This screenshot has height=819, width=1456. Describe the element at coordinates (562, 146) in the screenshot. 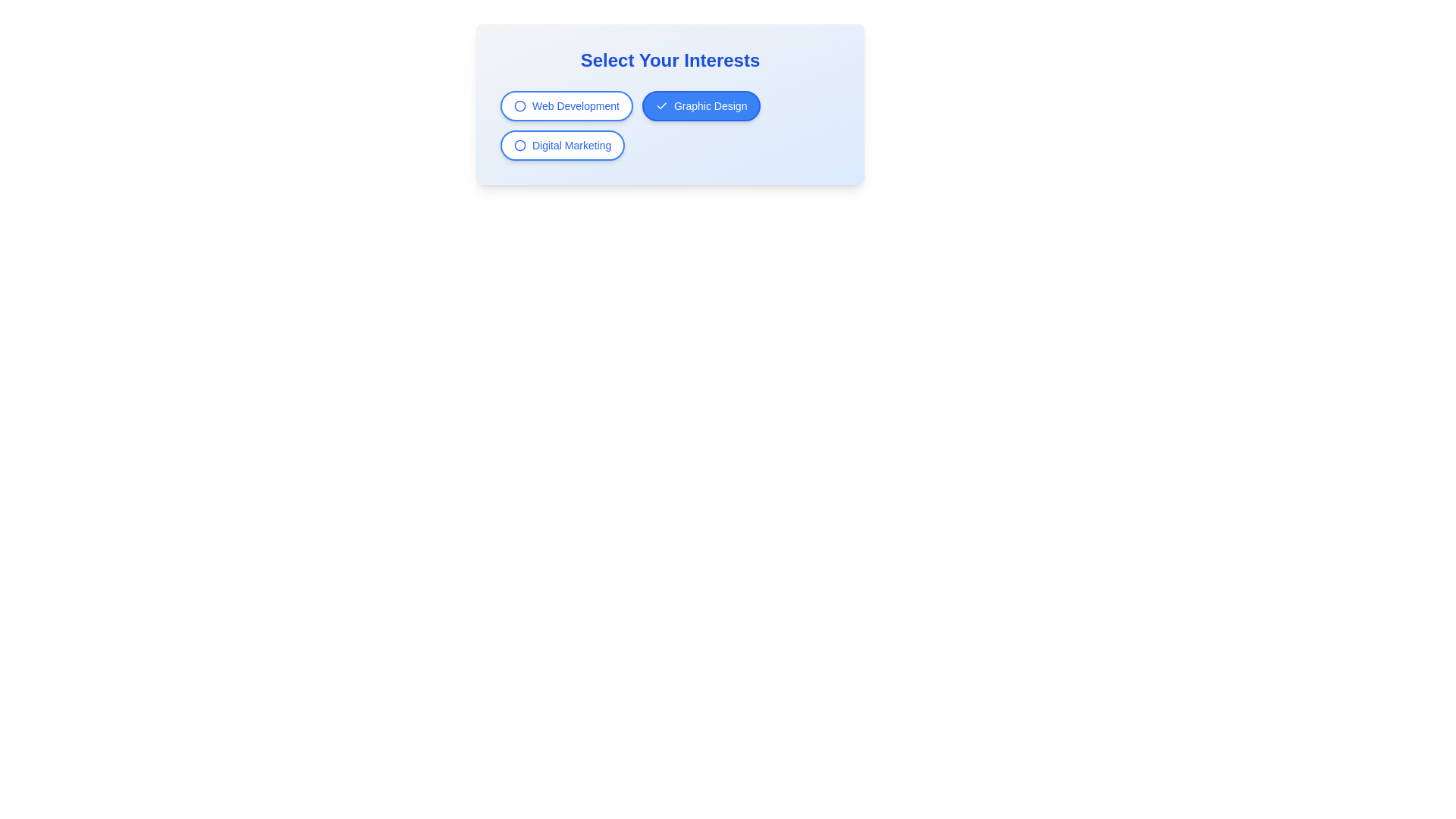

I see `the filter chip labeled Digital Marketing to toggle its state` at that location.